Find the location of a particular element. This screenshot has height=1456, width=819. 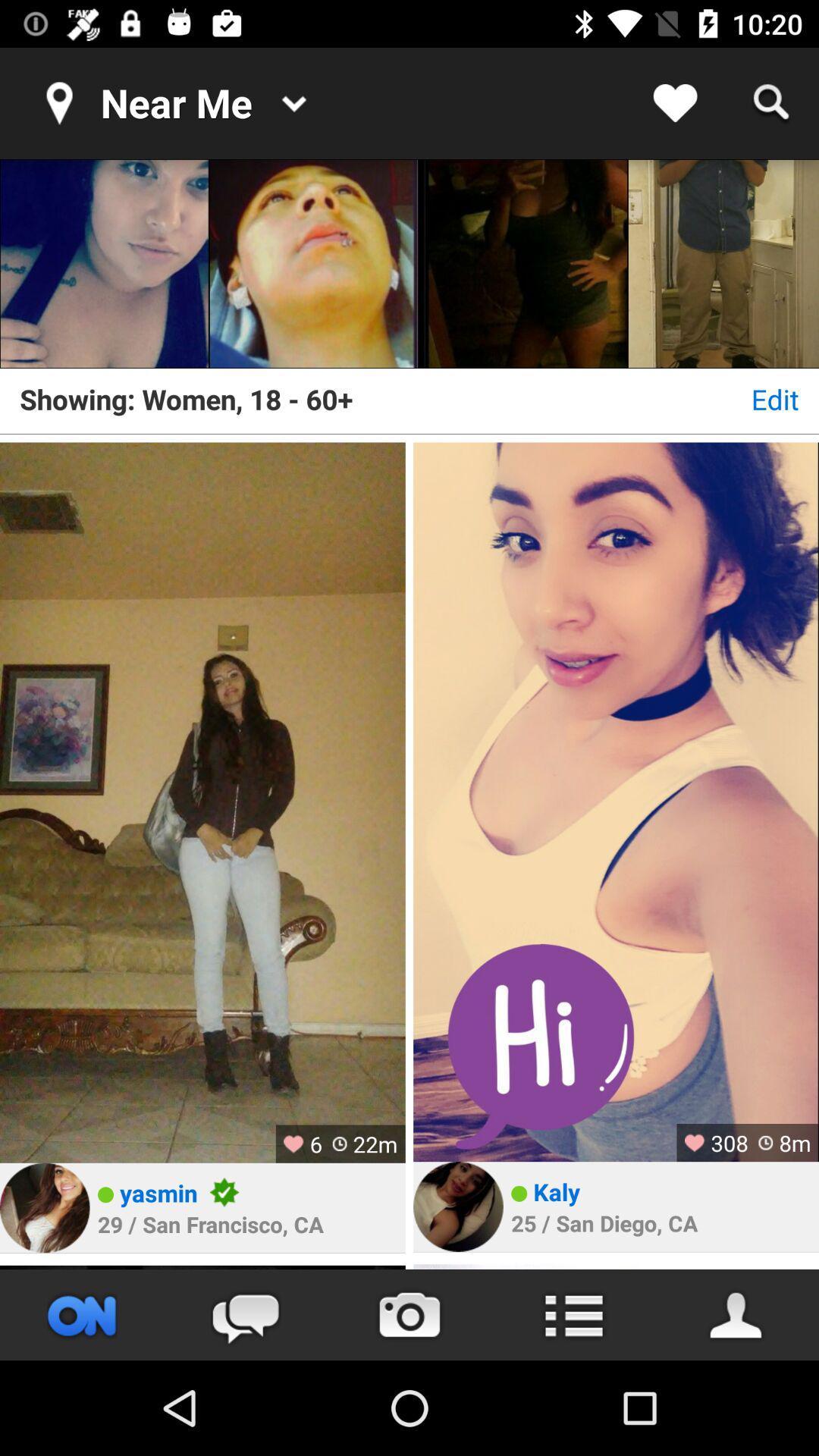

open camera is located at coordinates (409, 1314).